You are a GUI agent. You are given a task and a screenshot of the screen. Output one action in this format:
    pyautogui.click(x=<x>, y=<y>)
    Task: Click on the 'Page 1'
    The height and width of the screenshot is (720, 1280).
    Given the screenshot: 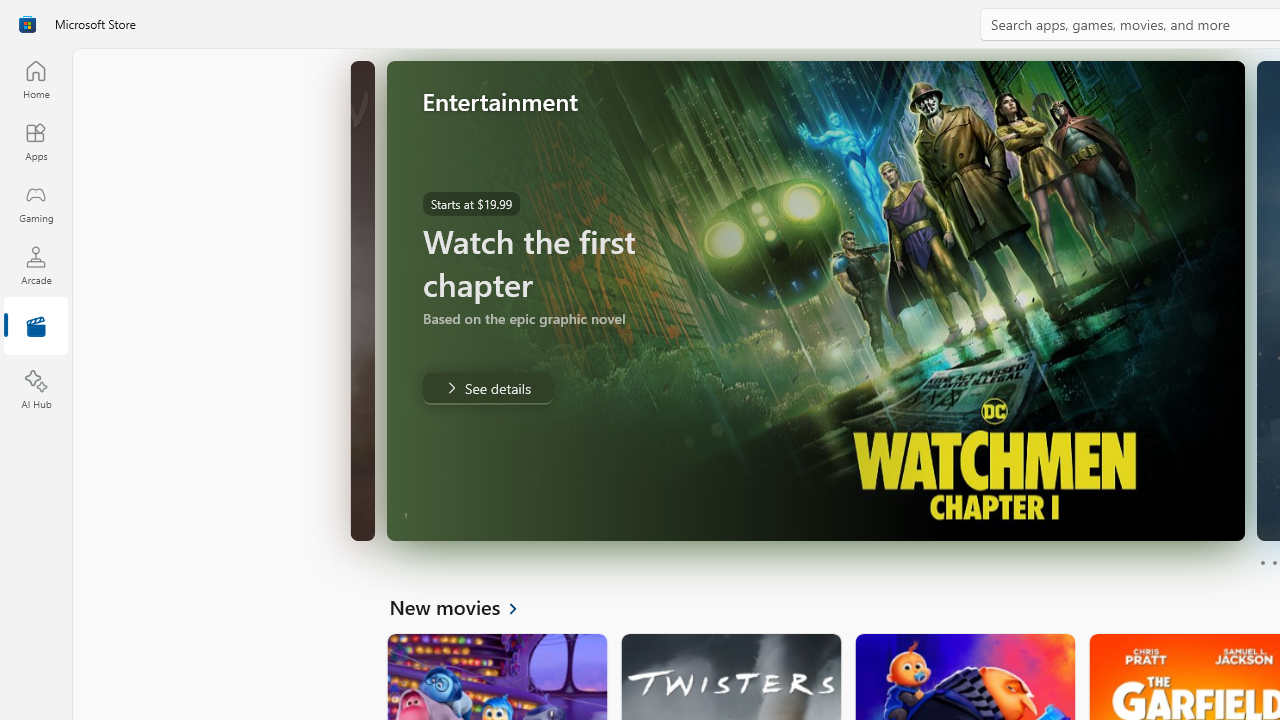 What is the action you would take?
    pyautogui.click(x=1261, y=563)
    